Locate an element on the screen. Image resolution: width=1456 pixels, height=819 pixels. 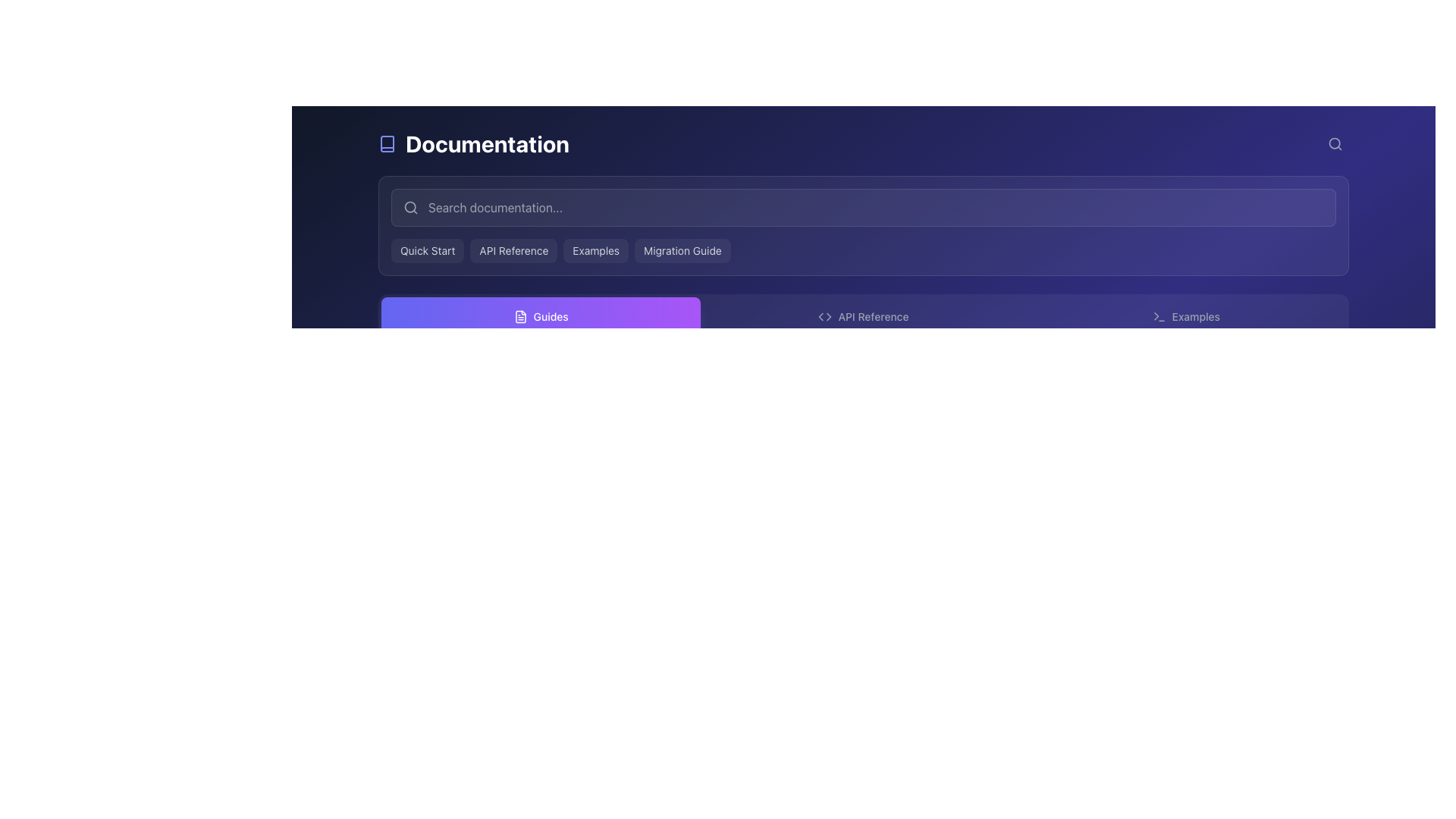
the second button in a horizontal row of three buttons to activate the hover effects is located at coordinates (863, 315).